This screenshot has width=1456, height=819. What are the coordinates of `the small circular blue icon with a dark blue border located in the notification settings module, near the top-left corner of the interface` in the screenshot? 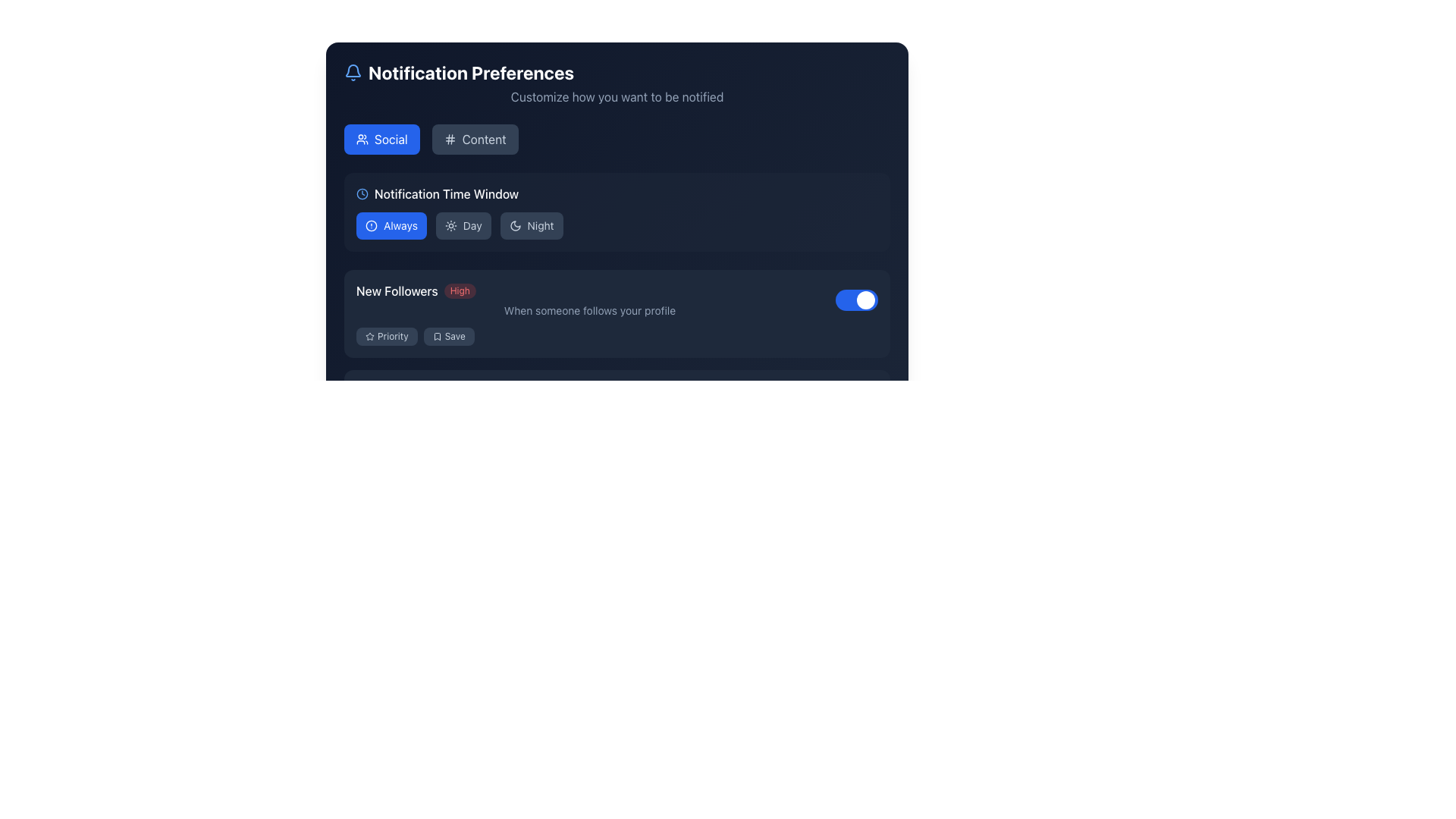 It's located at (371, 225).